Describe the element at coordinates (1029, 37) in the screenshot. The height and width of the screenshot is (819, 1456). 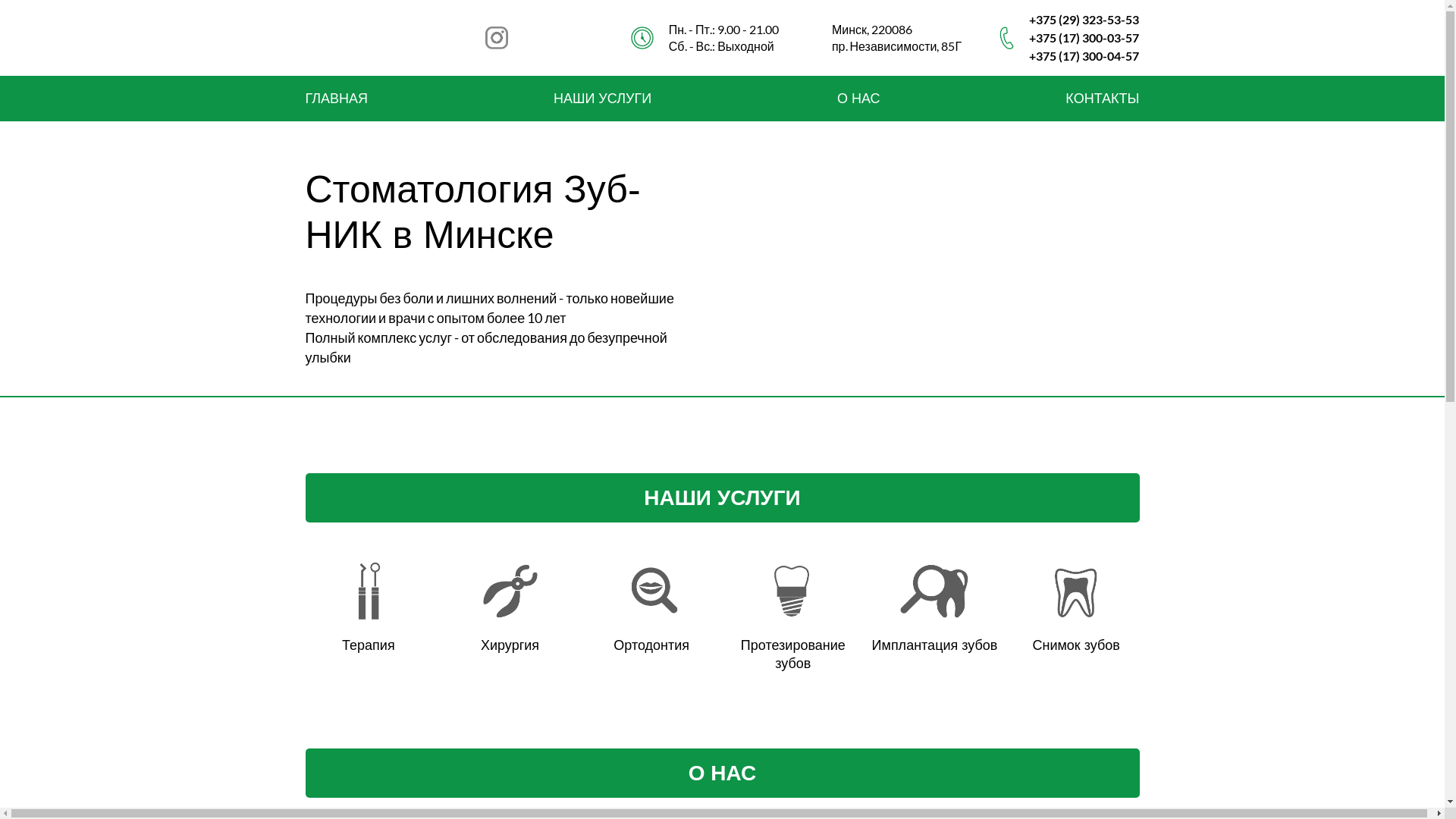
I see `'+375 (17) 300-03-57'` at that location.